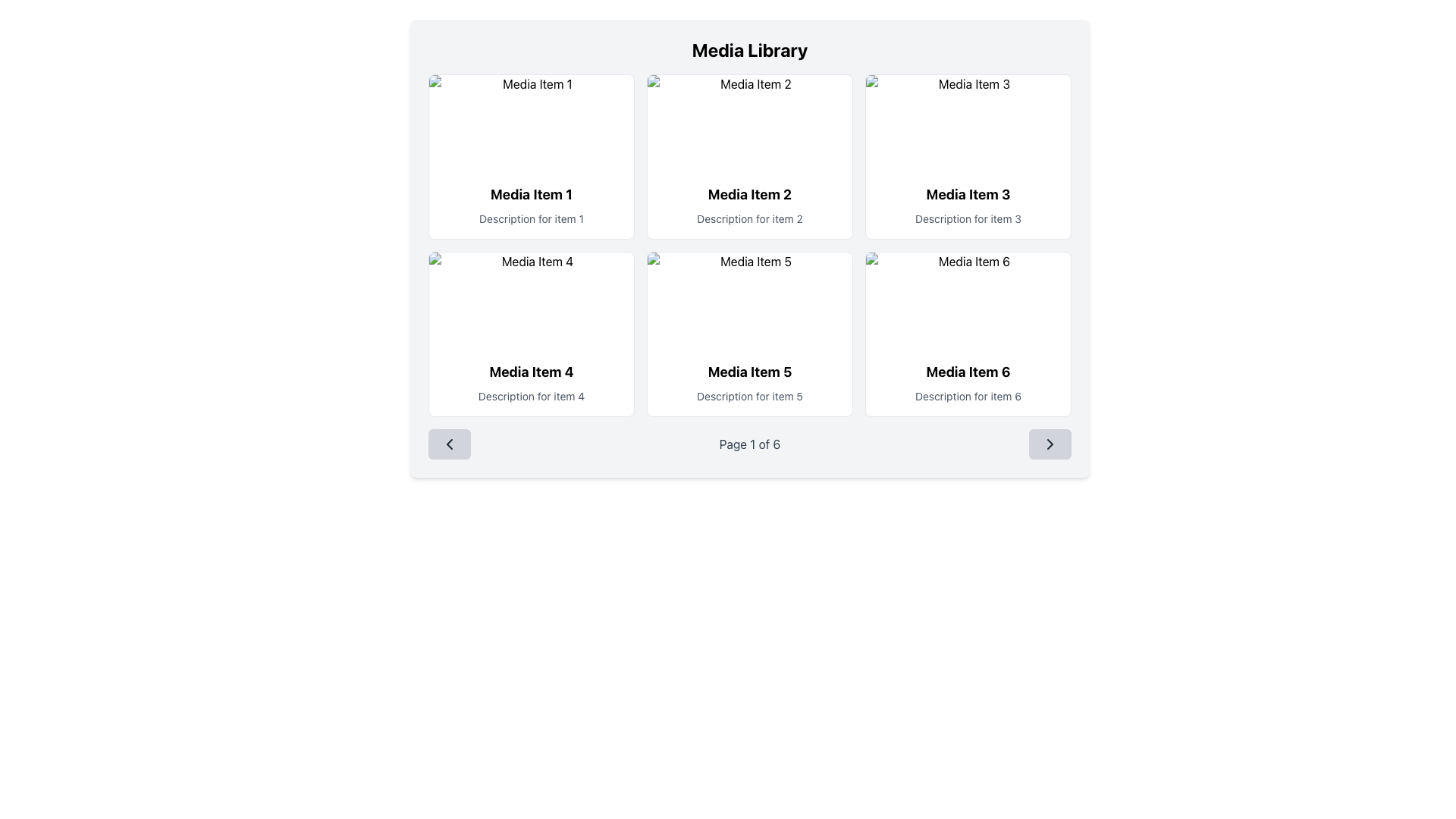 The height and width of the screenshot is (819, 1456). Describe the element at coordinates (967, 219) in the screenshot. I see `description text located below the title 'Media Item 3' in the third column of the first row of the grid layout` at that location.